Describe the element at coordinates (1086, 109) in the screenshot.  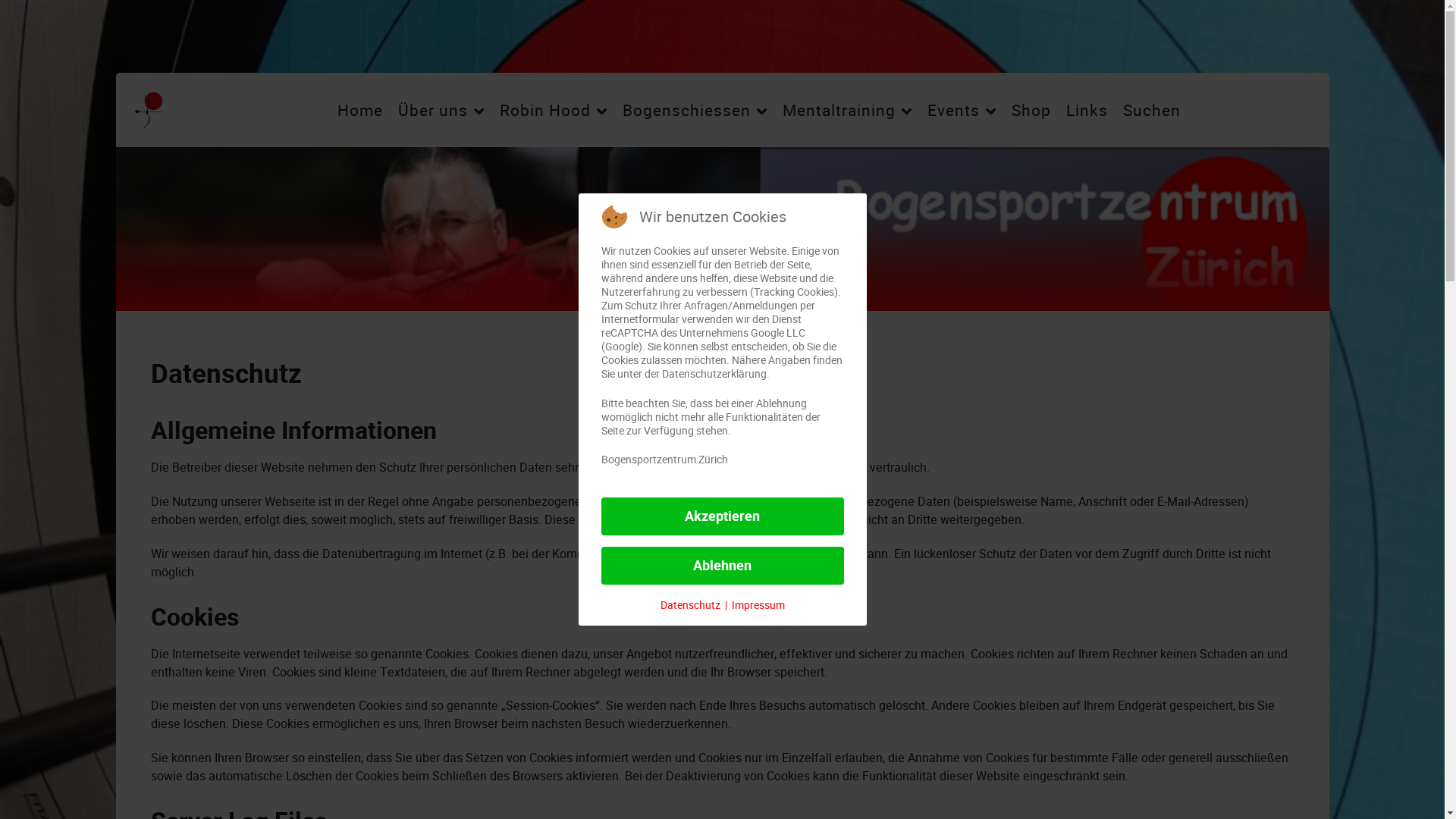
I see `'Links'` at that location.